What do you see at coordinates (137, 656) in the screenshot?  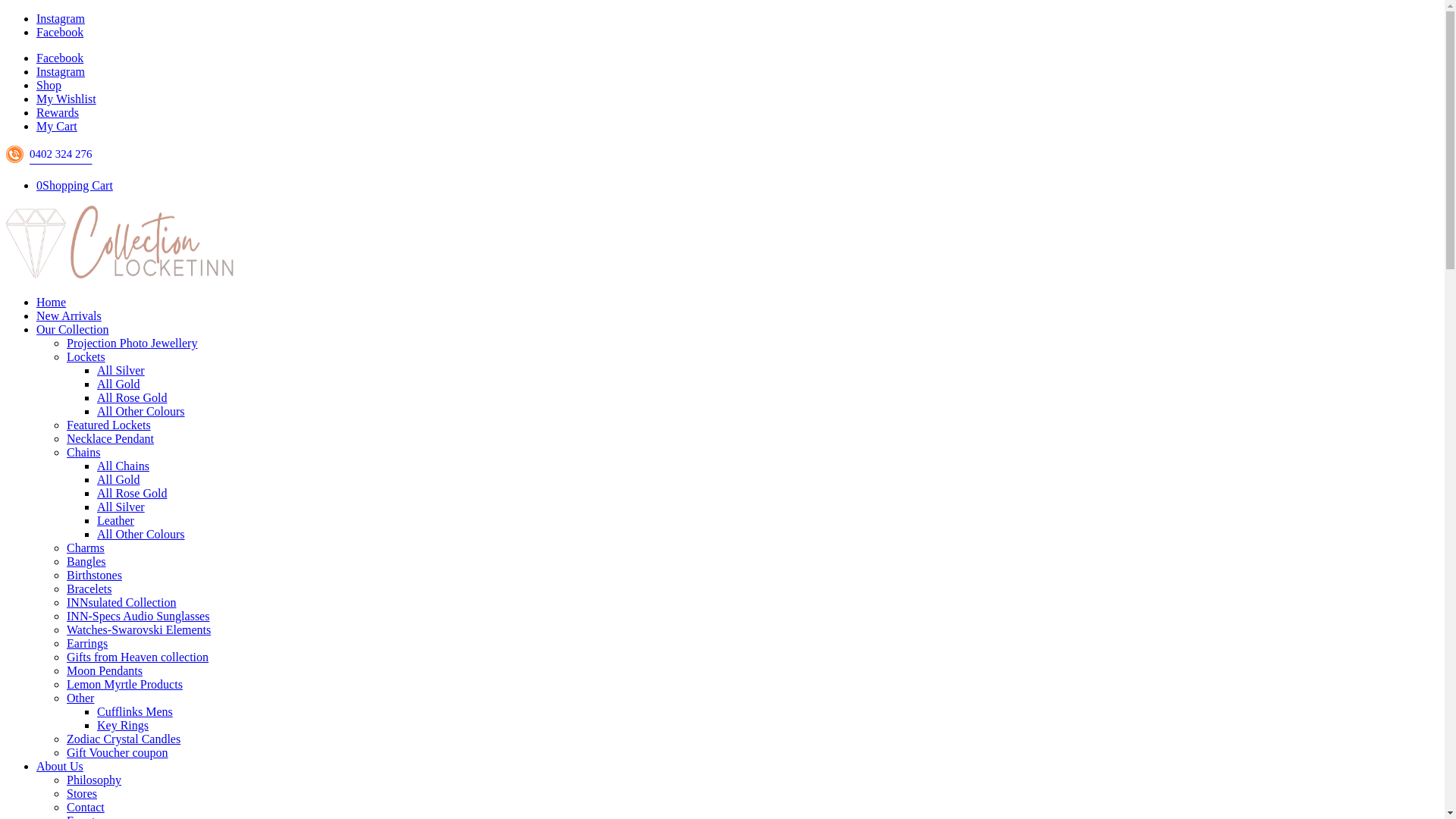 I see `'Gifts from Heaven collection'` at bounding box center [137, 656].